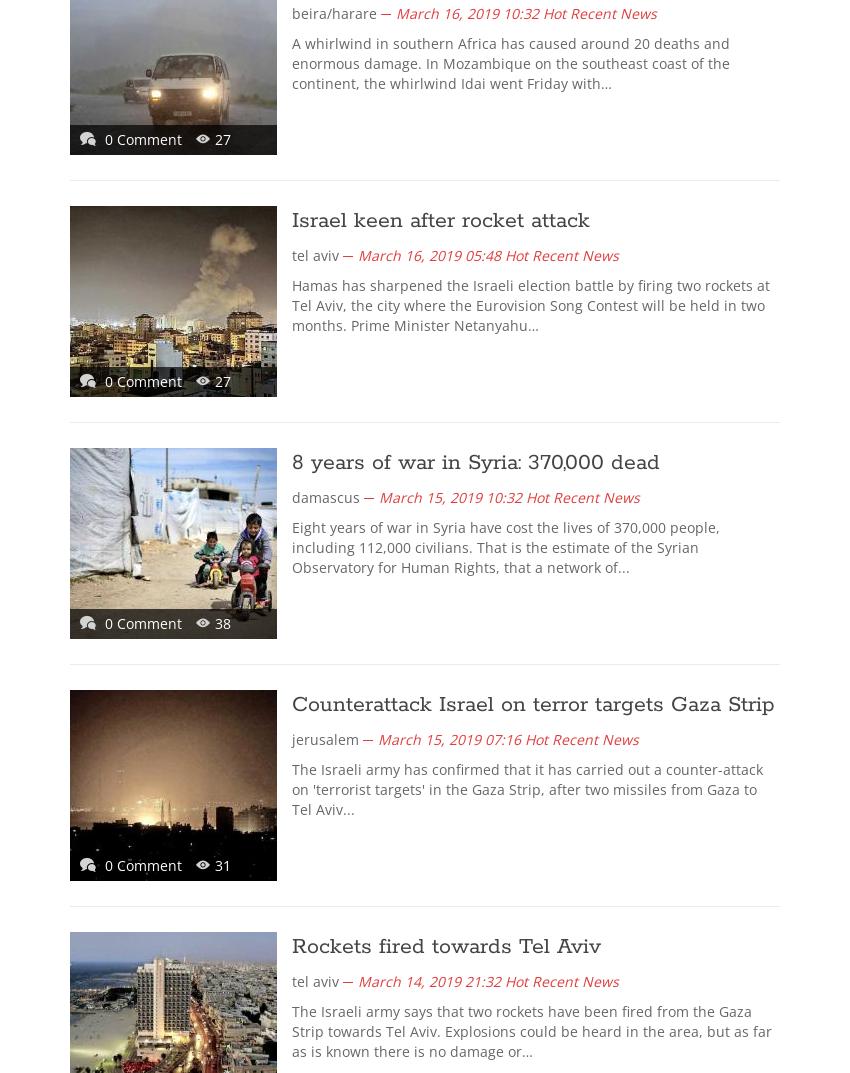 The image size is (850, 1073). What do you see at coordinates (428, 980) in the screenshot?
I see `'March 14, 2019 21:32'` at bounding box center [428, 980].